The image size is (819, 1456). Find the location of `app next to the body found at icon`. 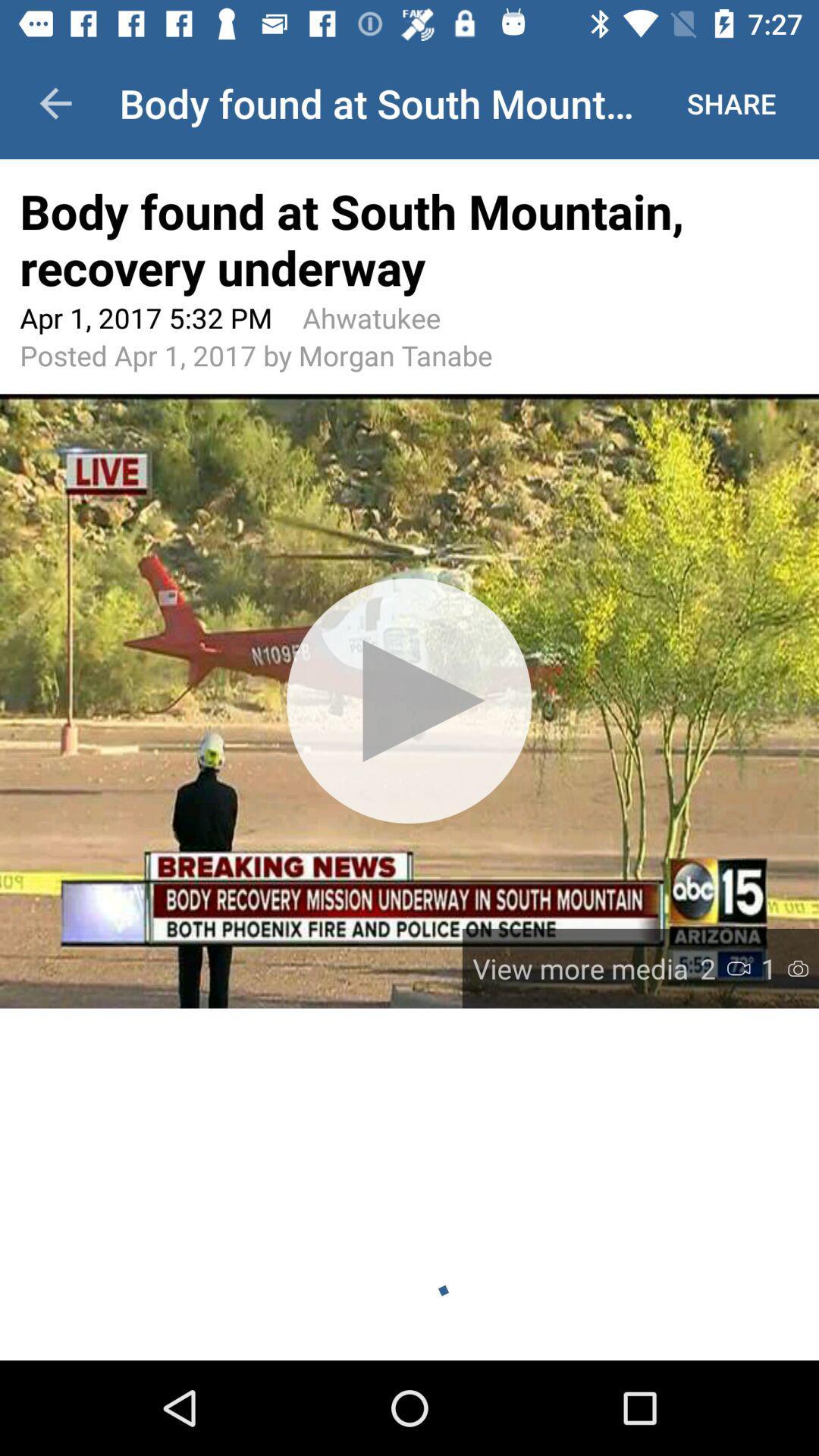

app next to the body found at icon is located at coordinates (730, 102).